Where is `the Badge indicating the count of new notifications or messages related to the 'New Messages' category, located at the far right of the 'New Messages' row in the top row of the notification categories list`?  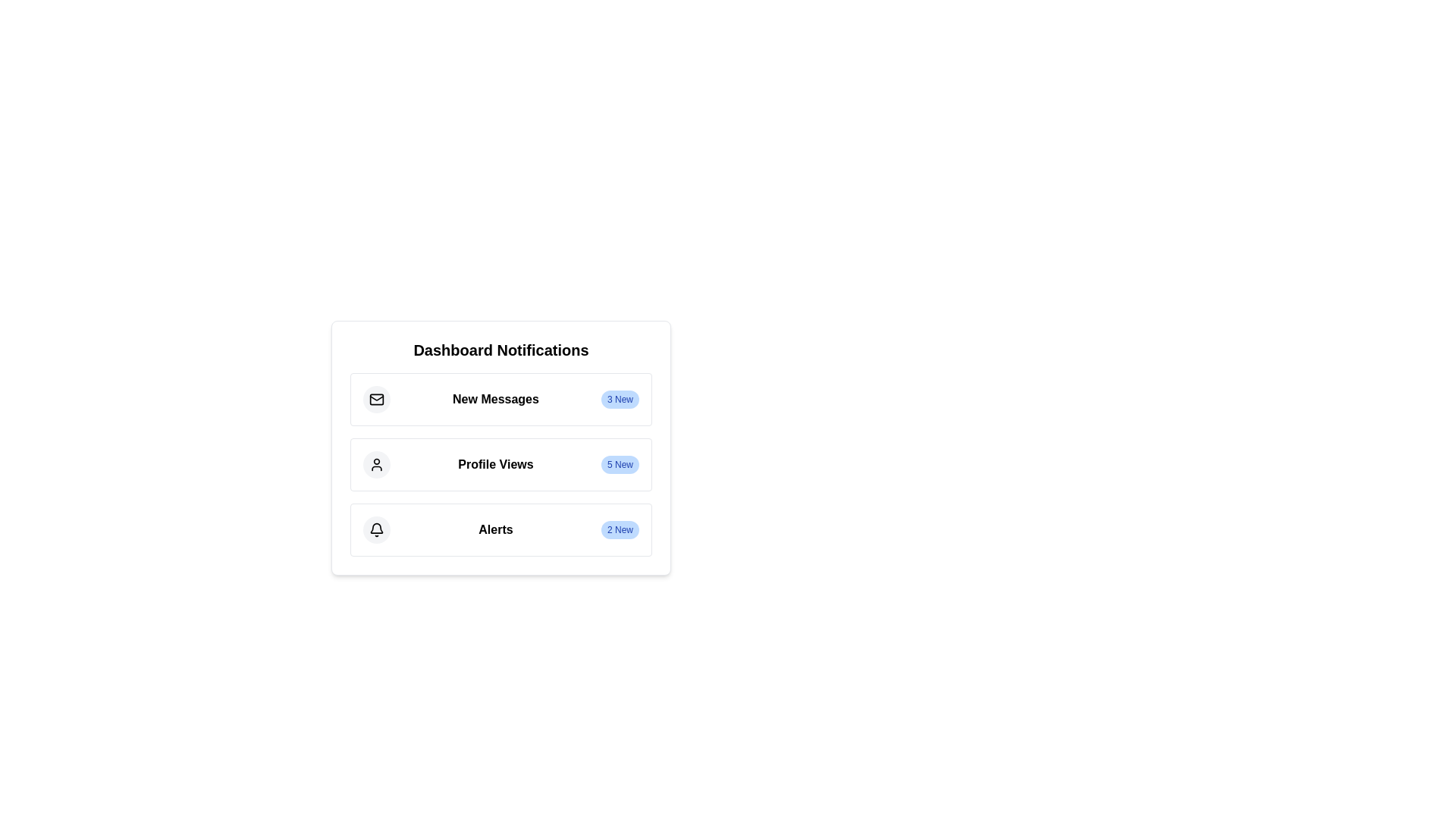 the Badge indicating the count of new notifications or messages related to the 'New Messages' category, located at the far right of the 'New Messages' row in the top row of the notification categories list is located at coordinates (620, 399).